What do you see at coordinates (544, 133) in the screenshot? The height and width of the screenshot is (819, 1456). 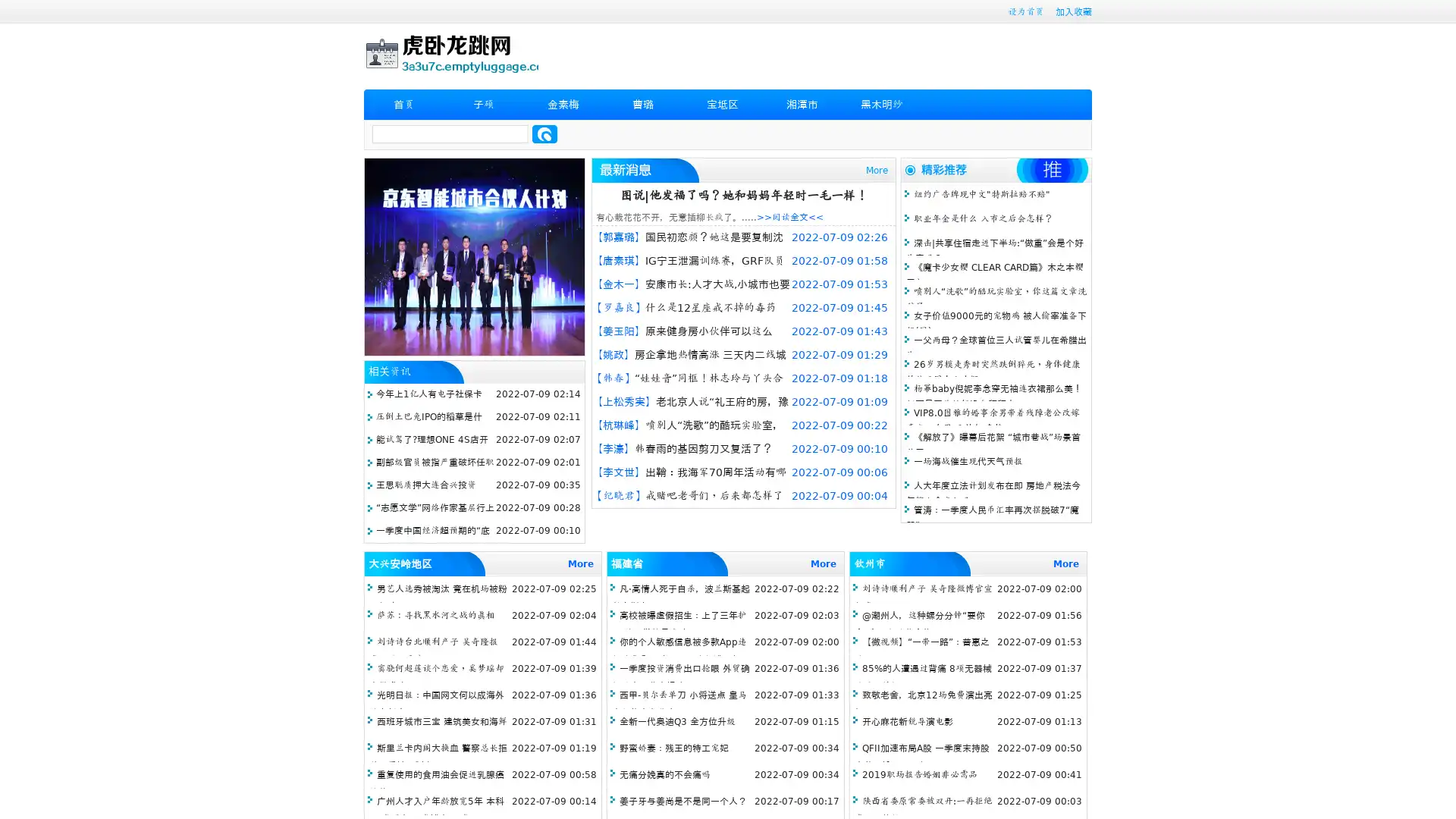 I see `Search` at bounding box center [544, 133].